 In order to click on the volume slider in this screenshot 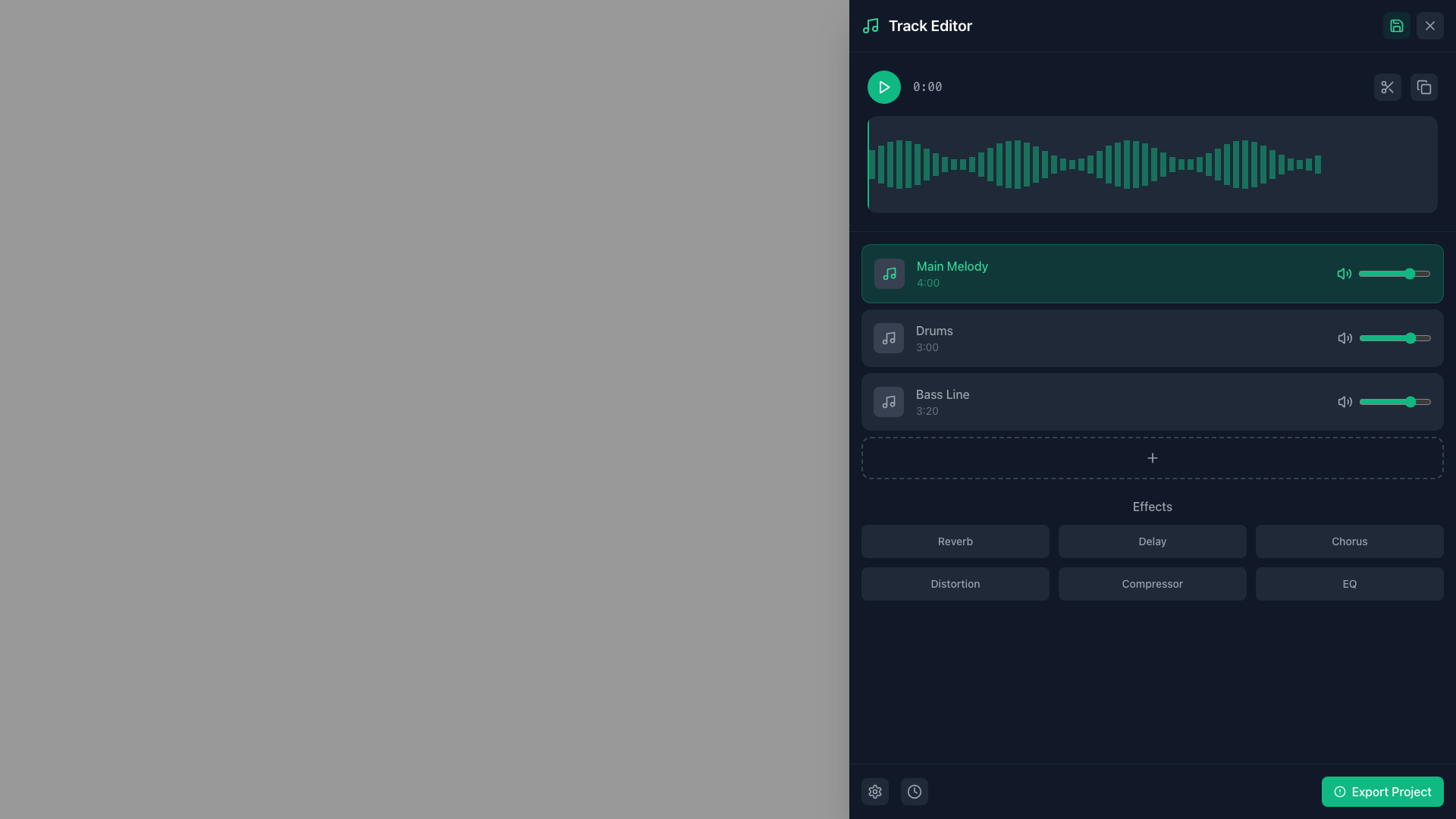, I will do `click(1429, 400)`.